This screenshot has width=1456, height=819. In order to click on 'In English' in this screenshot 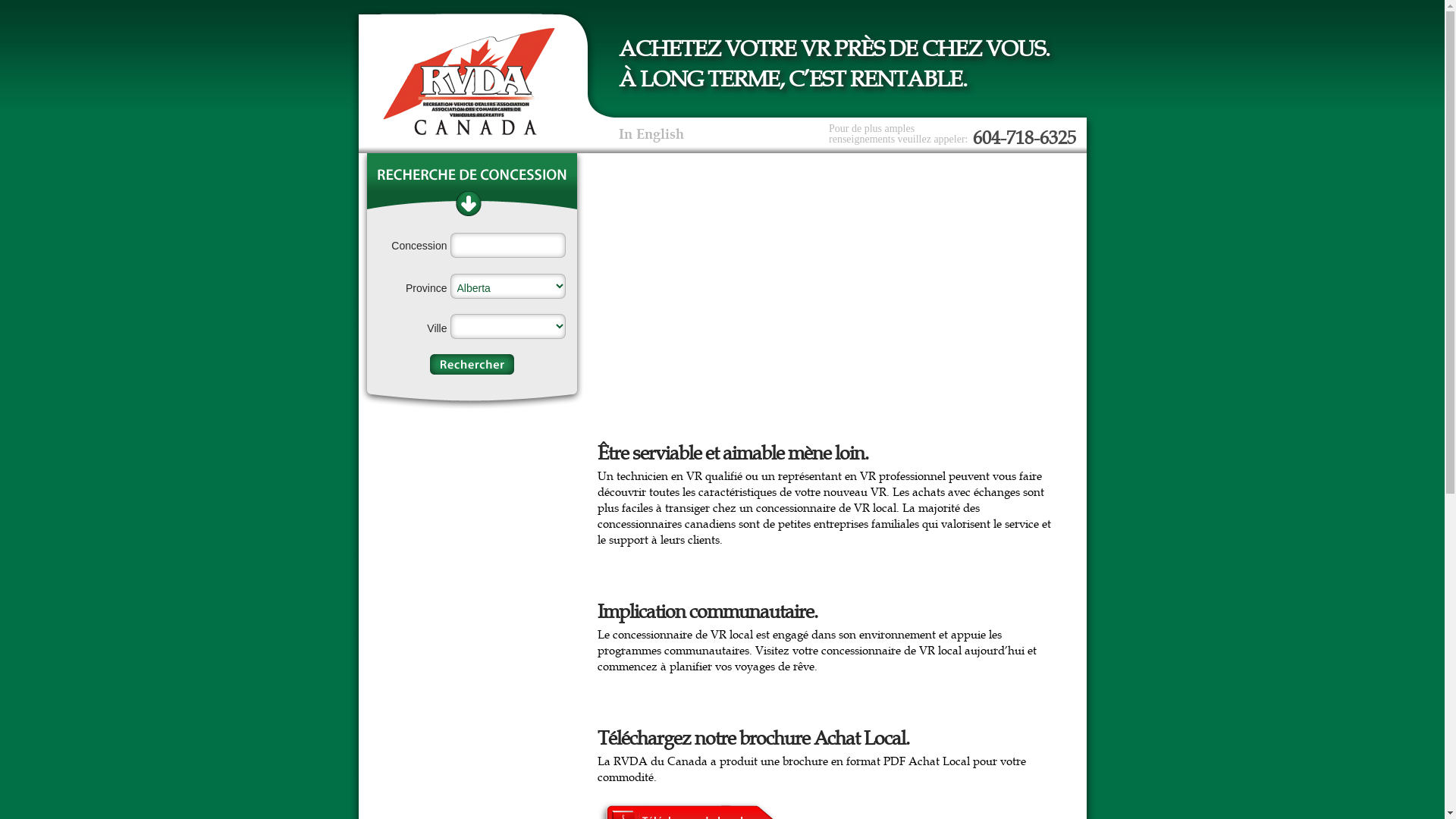, I will do `click(651, 133)`.